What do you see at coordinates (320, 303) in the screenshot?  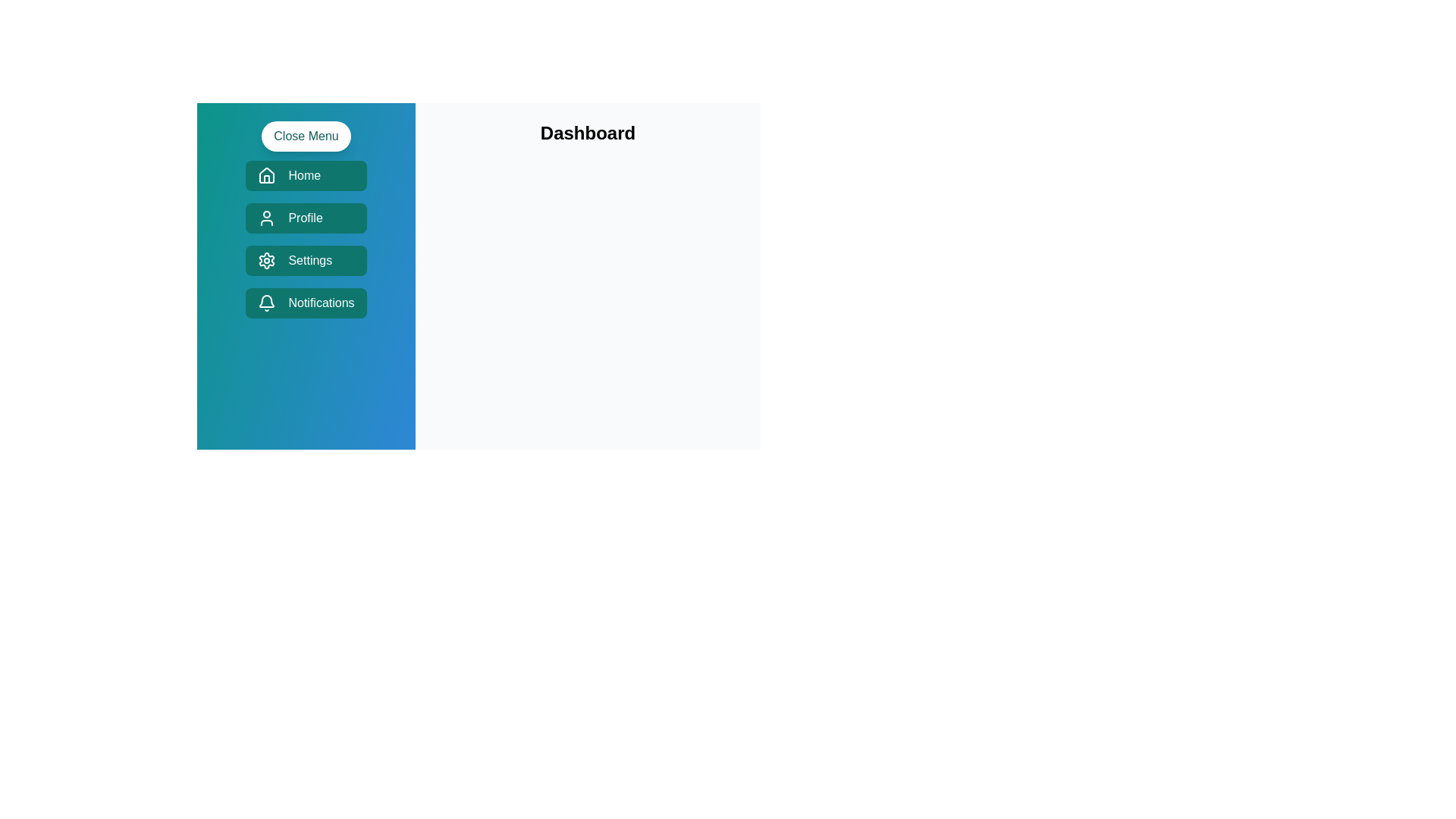 I see `the 'Notifications' text label within the button component, which is styled with a bold, white font and a teal rounded rectangle background` at bounding box center [320, 303].